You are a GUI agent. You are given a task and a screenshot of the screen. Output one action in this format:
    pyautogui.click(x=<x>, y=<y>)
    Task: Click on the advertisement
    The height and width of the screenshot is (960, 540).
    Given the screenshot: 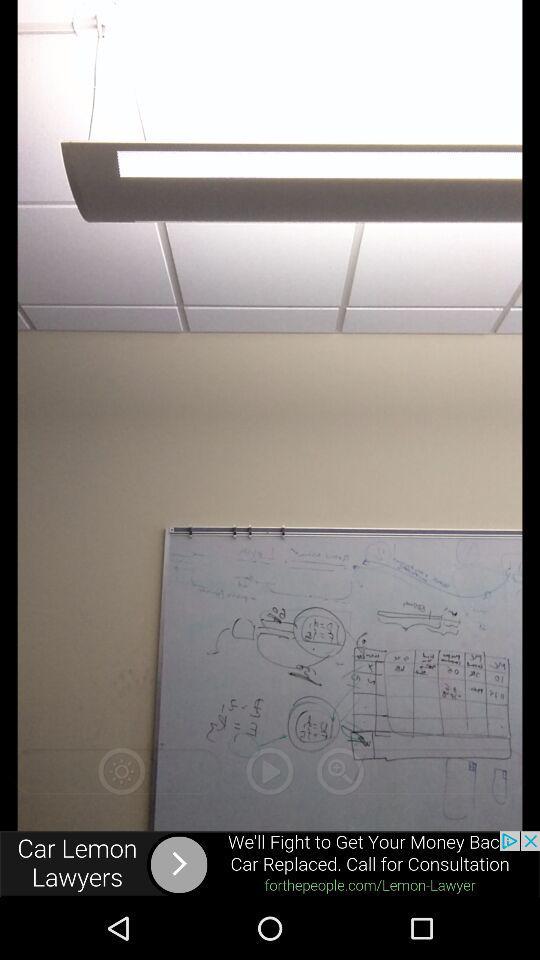 What is the action you would take?
    pyautogui.click(x=270, y=863)
    